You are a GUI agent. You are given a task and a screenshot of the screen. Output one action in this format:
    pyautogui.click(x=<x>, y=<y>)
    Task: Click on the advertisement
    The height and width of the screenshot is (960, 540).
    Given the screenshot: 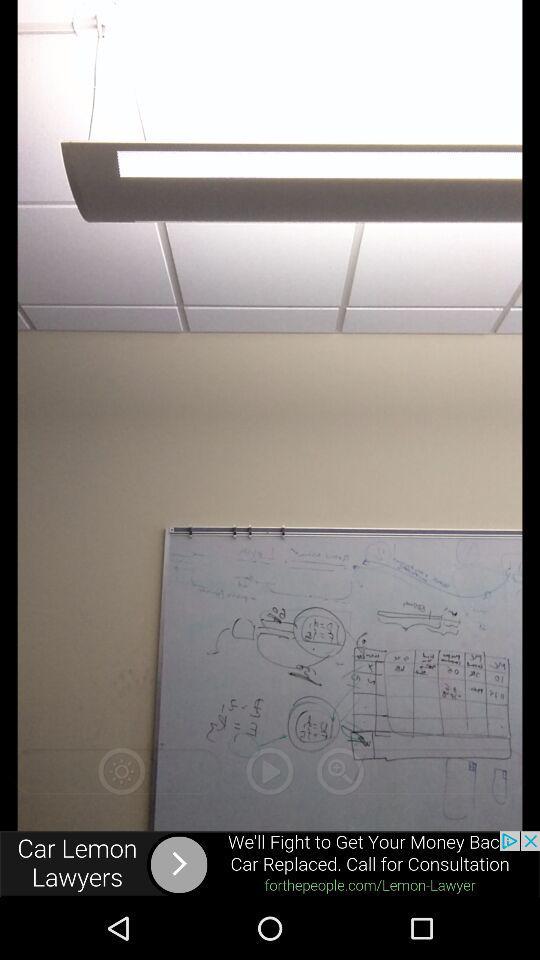 What is the action you would take?
    pyautogui.click(x=270, y=863)
    